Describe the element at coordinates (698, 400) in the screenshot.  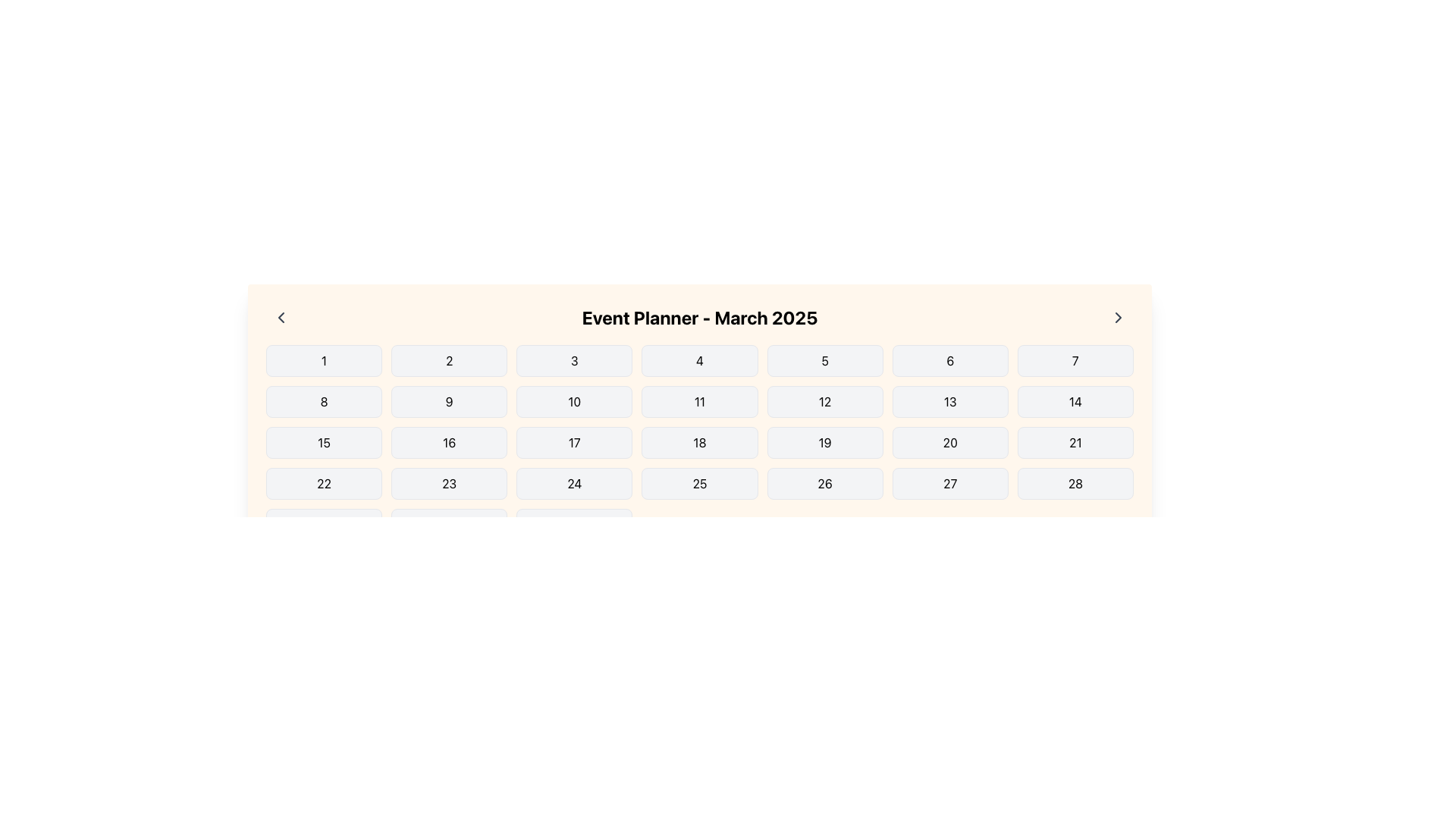
I see `the selectable date button located in the second row and fourth column of the calendar widget, which is bordered by '10' on the left and '12' on the right` at that location.